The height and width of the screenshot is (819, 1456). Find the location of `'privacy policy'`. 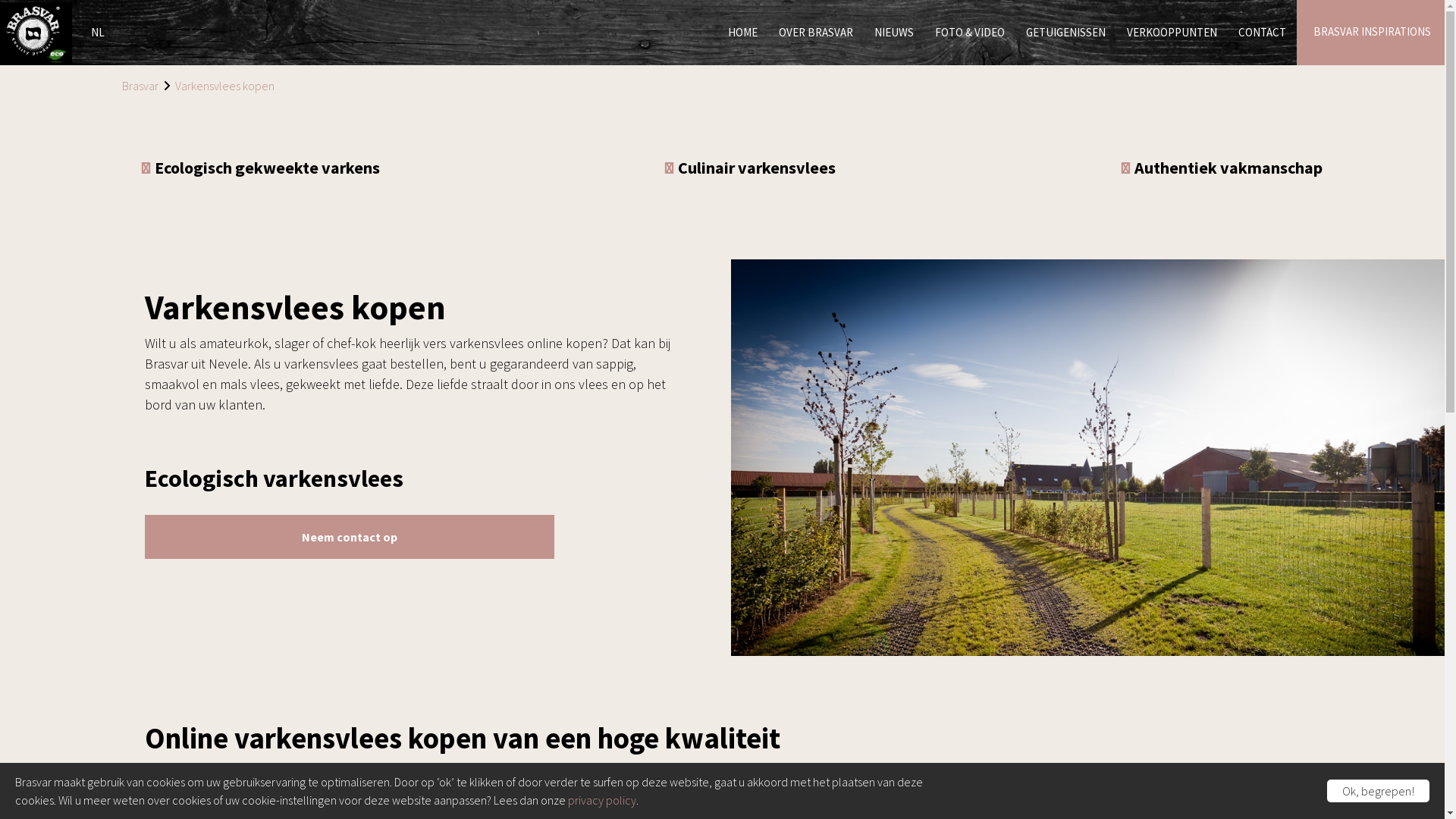

'privacy policy' is located at coordinates (601, 799).